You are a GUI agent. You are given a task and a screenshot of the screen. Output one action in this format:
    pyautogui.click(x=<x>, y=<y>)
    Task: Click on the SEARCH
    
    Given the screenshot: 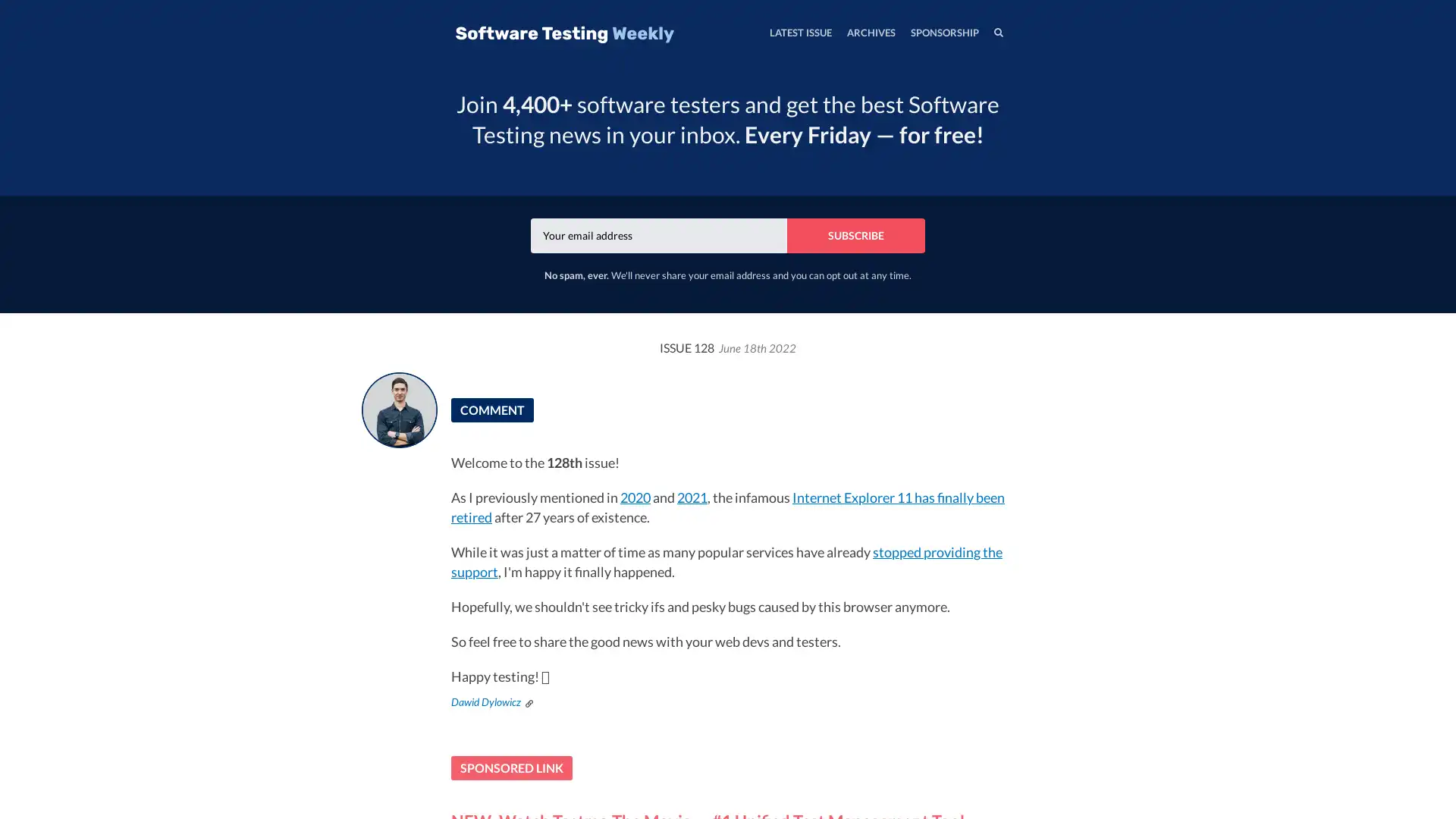 What is the action you would take?
    pyautogui.click(x=966, y=32)
    